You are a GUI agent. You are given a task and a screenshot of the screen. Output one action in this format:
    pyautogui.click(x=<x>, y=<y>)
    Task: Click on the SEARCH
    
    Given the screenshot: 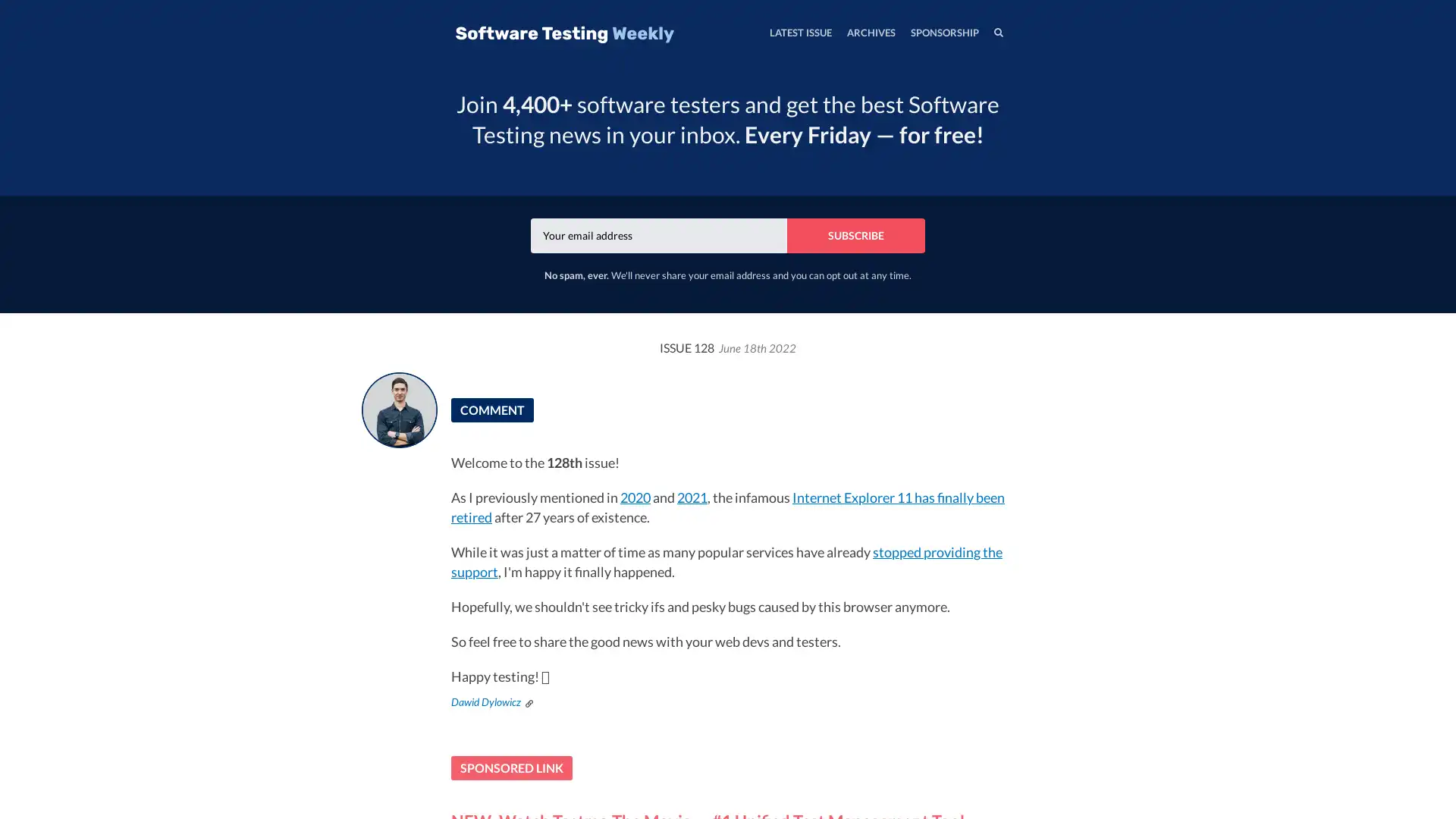 What is the action you would take?
    pyautogui.click(x=966, y=32)
    